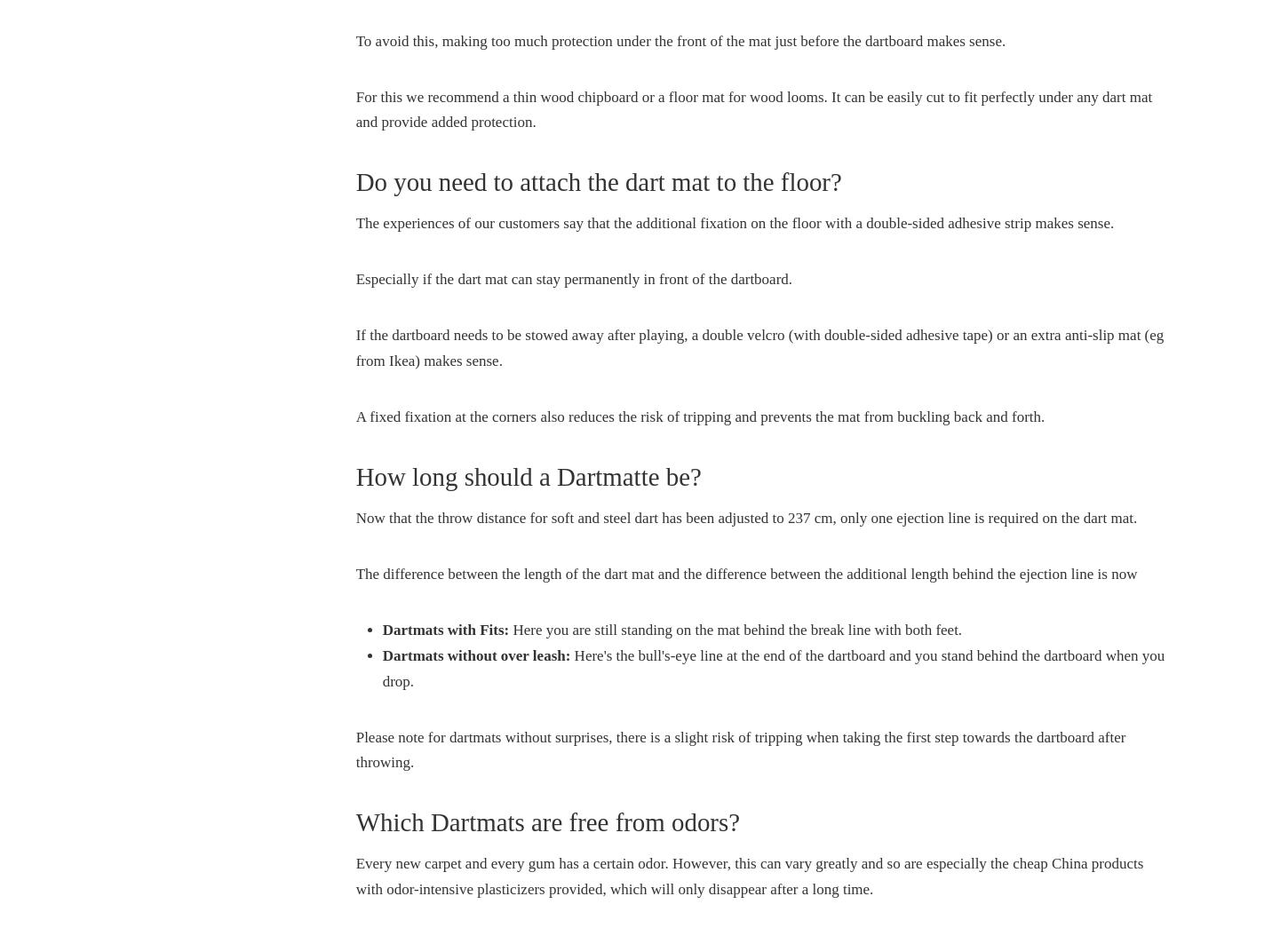 Image resolution: width=1288 pixels, height=928 pixels. I want to click on 'Now that the throw distance for soft and steel dart has been adjusted to 237 cm, only one ejection line is required on the dart mat.', so click(354, 517).